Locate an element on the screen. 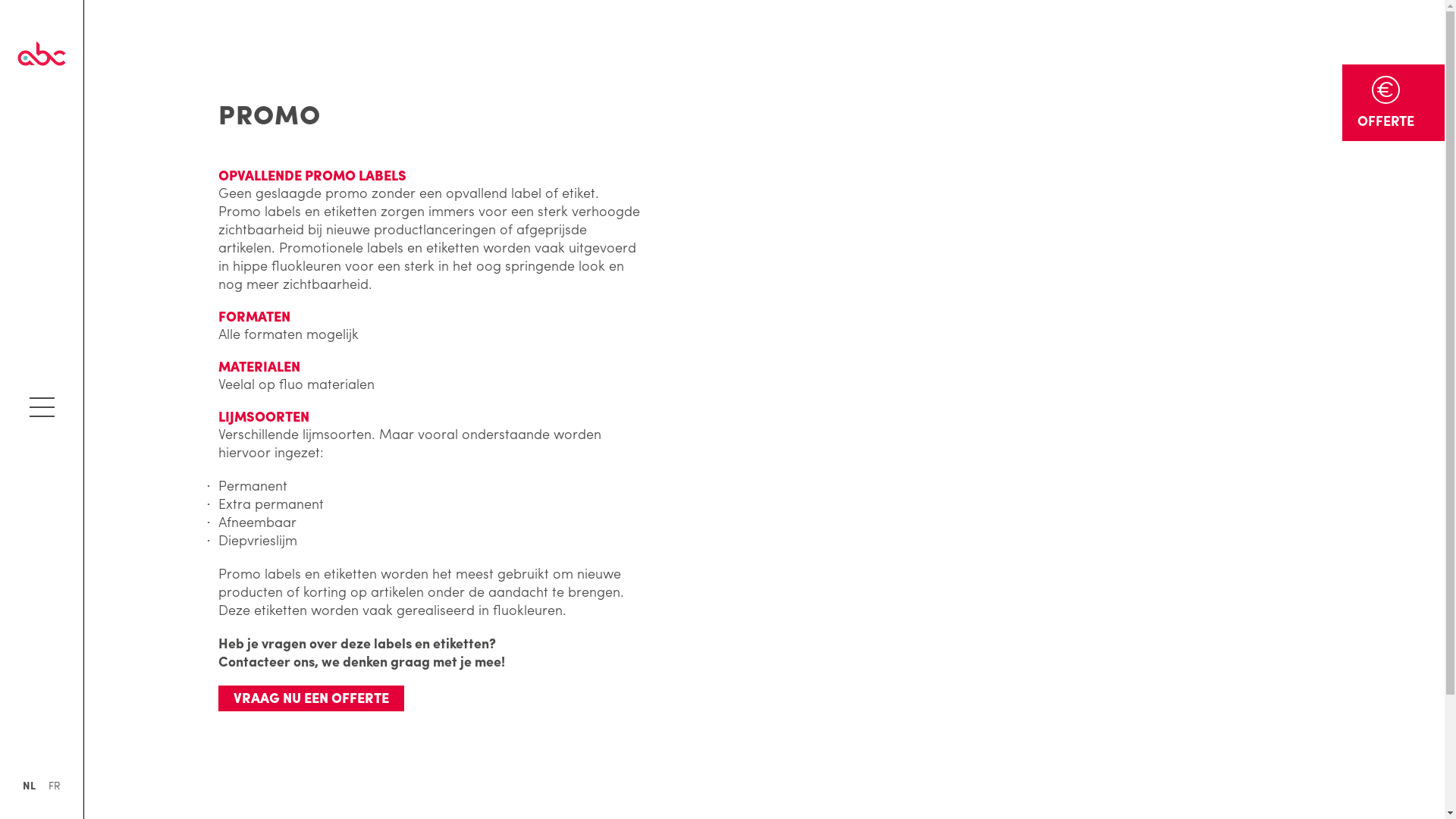 This screenshot has width=1456, height=819. 'NL' is located at coordinates (29, 784).